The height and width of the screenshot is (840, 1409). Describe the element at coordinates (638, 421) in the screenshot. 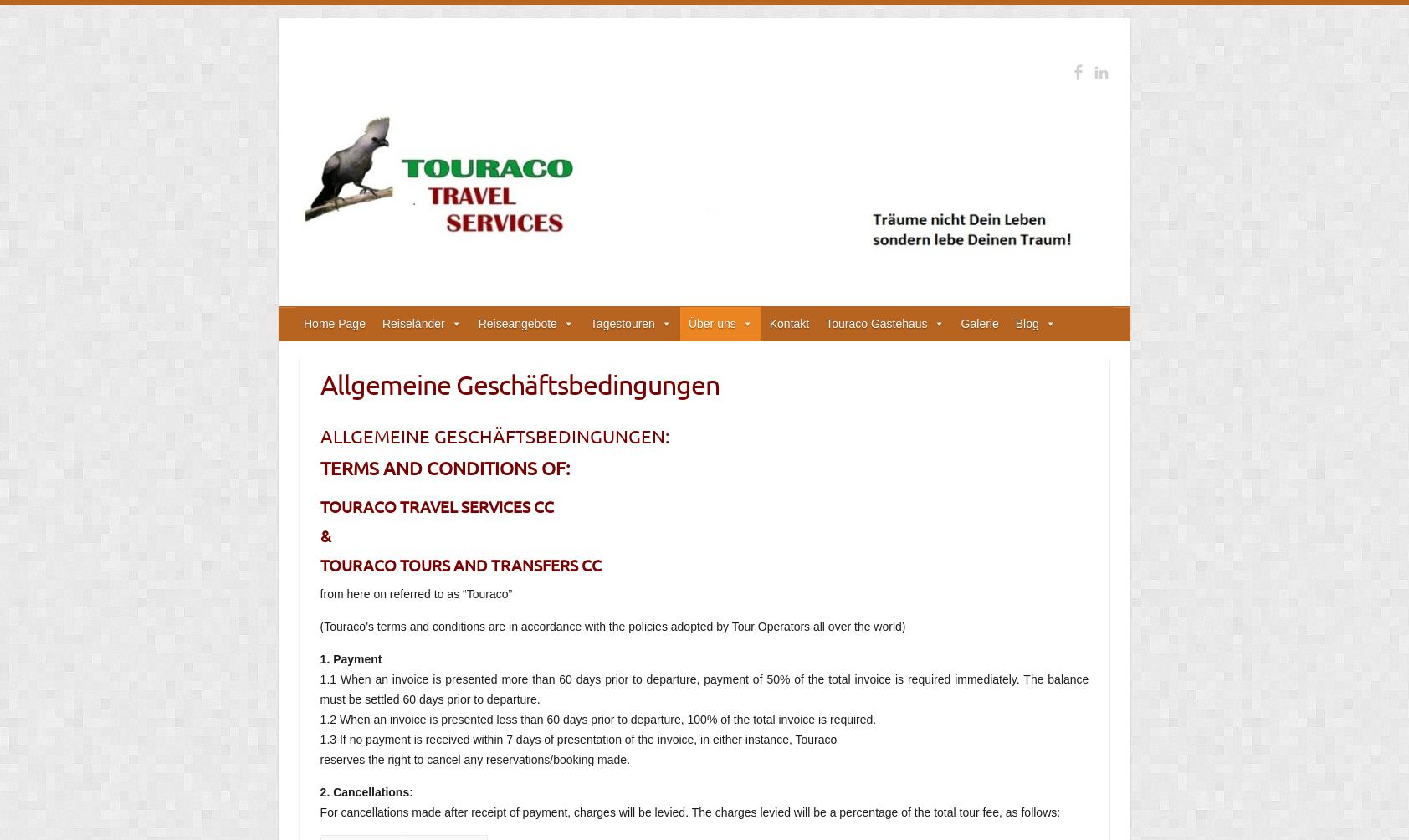

I see `'Pilanesberg Safari'` at that location.